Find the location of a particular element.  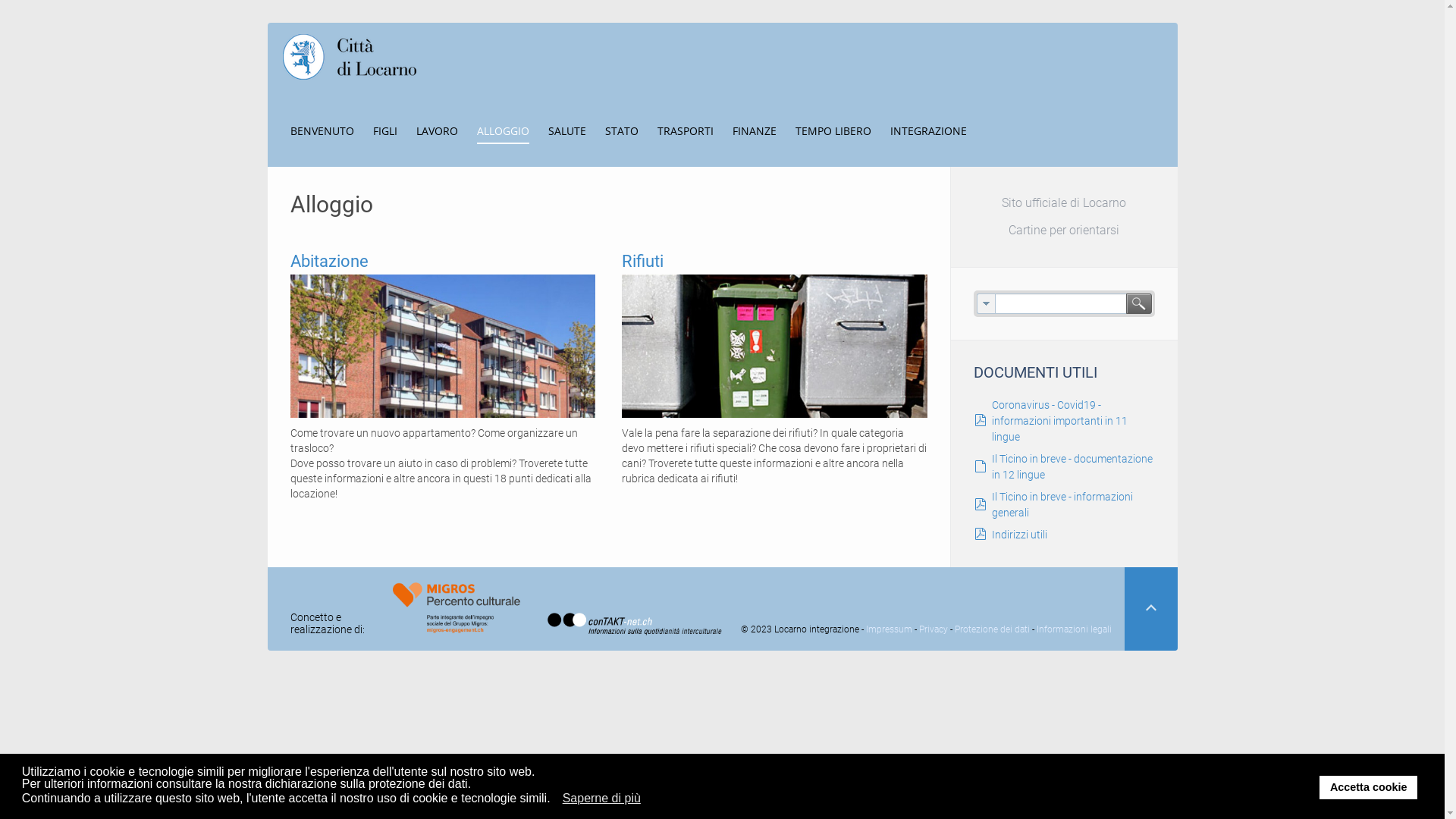

'Abitazione' is located at coordinates (441, 345).